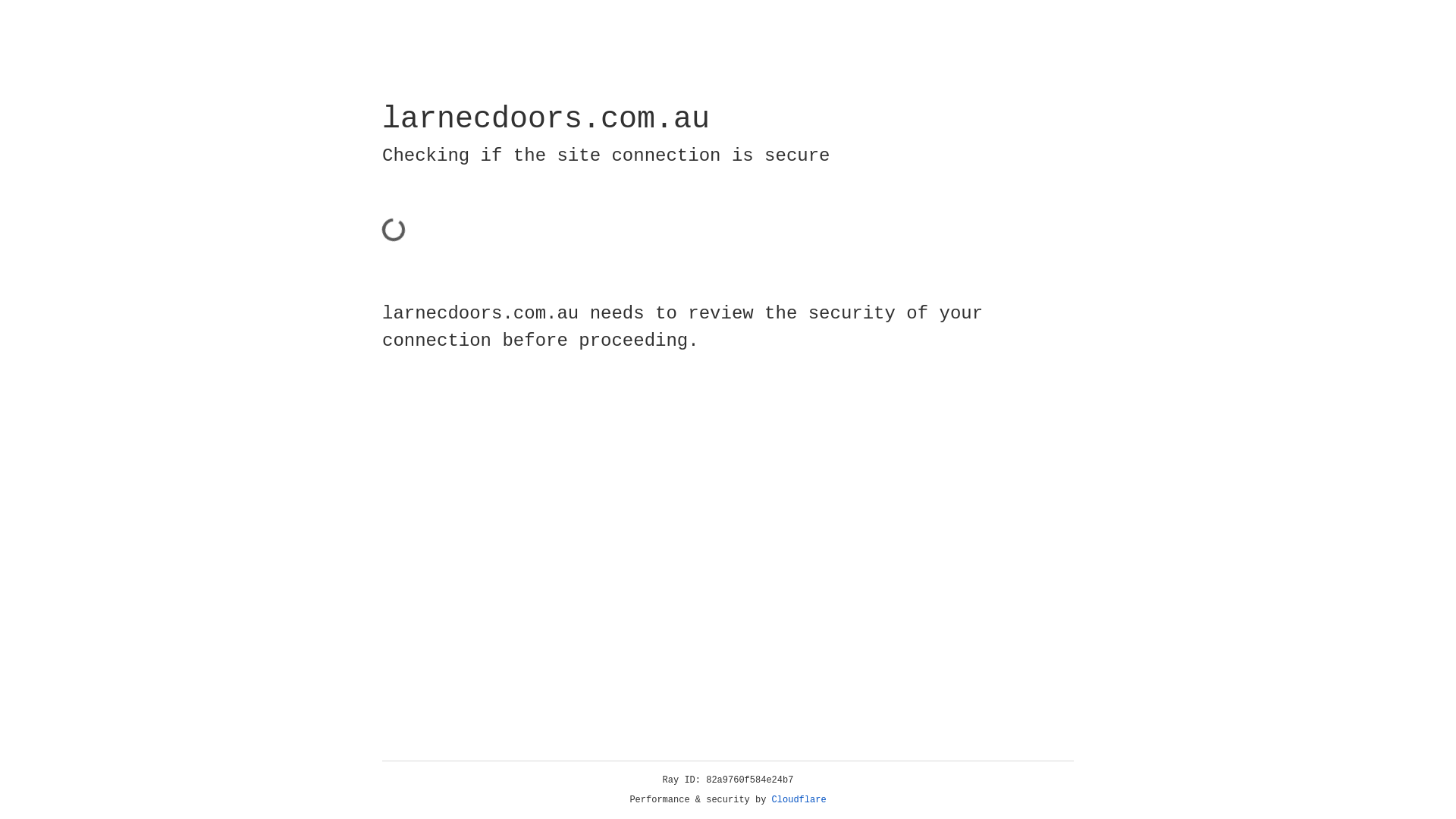 The image size is (1456, 819). What do you see at coordinates (799, 799) in the screenshot?
I see `'Cloudflare'` at bounding box center [799, 799].